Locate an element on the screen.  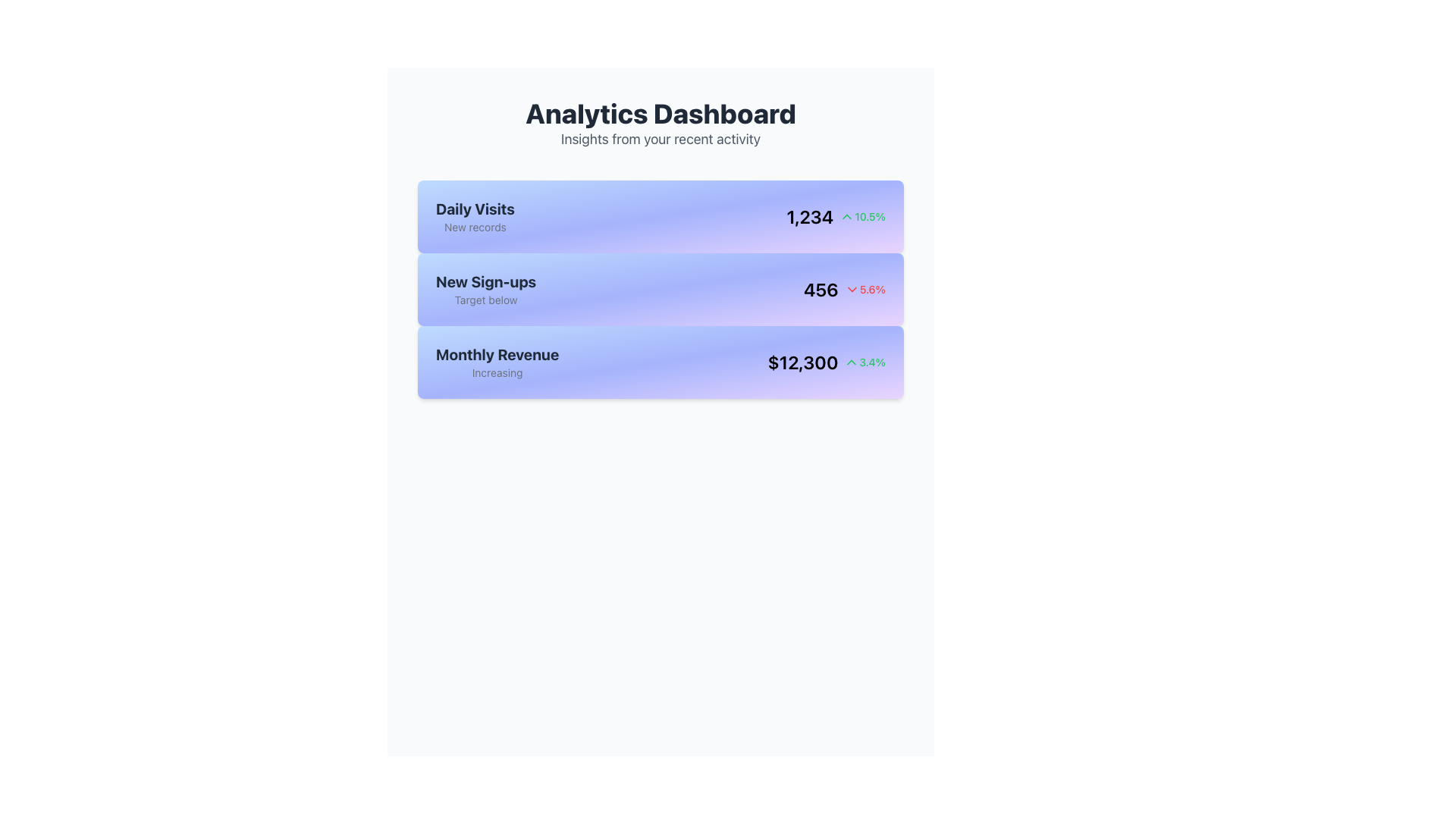
the small downward-pointing red chevron icon located next to the '5.6%' text is located at coordinates (852, 289).